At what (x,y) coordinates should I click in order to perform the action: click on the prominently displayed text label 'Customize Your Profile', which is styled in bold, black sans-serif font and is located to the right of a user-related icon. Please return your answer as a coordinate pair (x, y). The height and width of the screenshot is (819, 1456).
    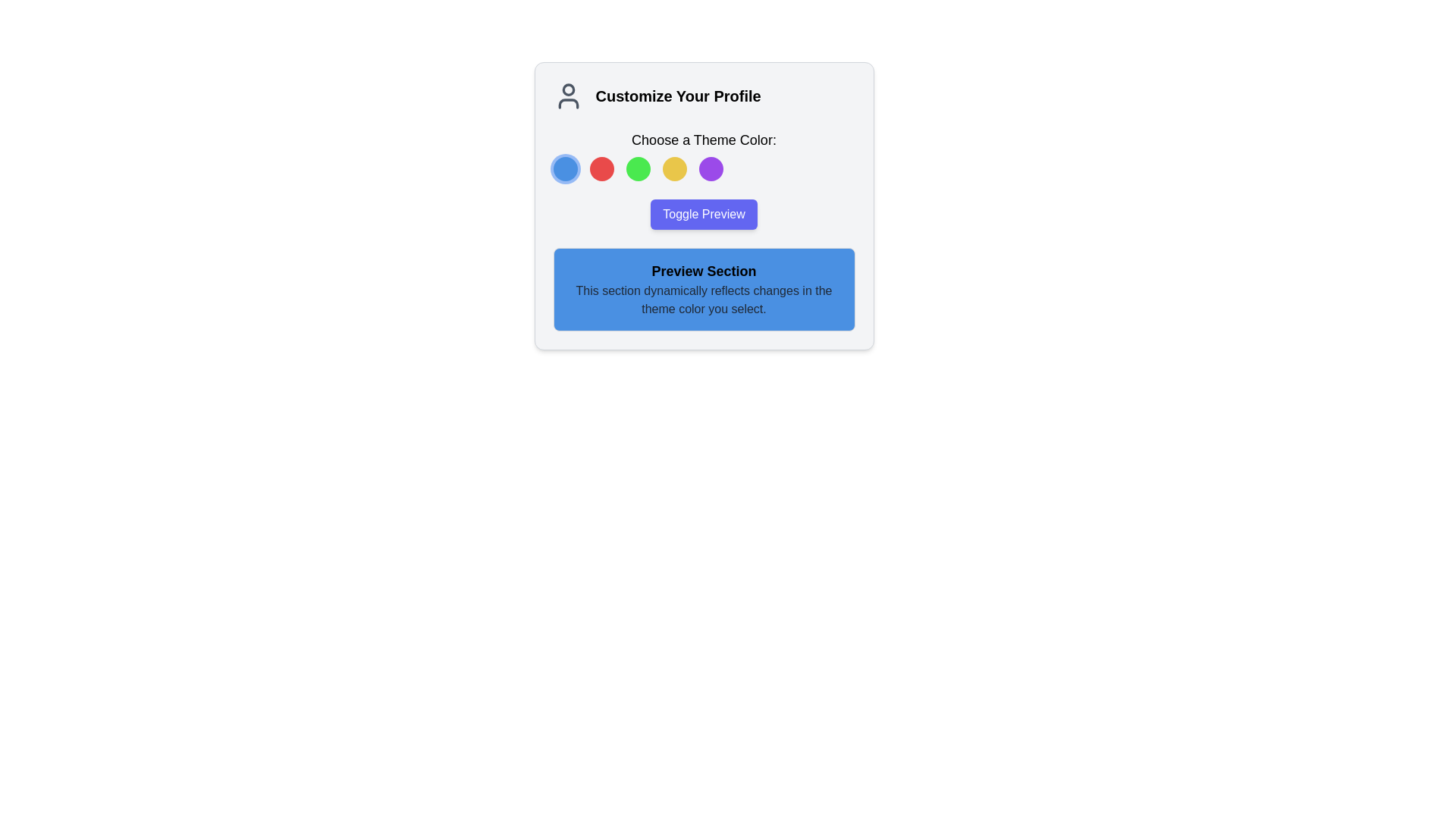
    Looking at the image, I should click on (677, 96).